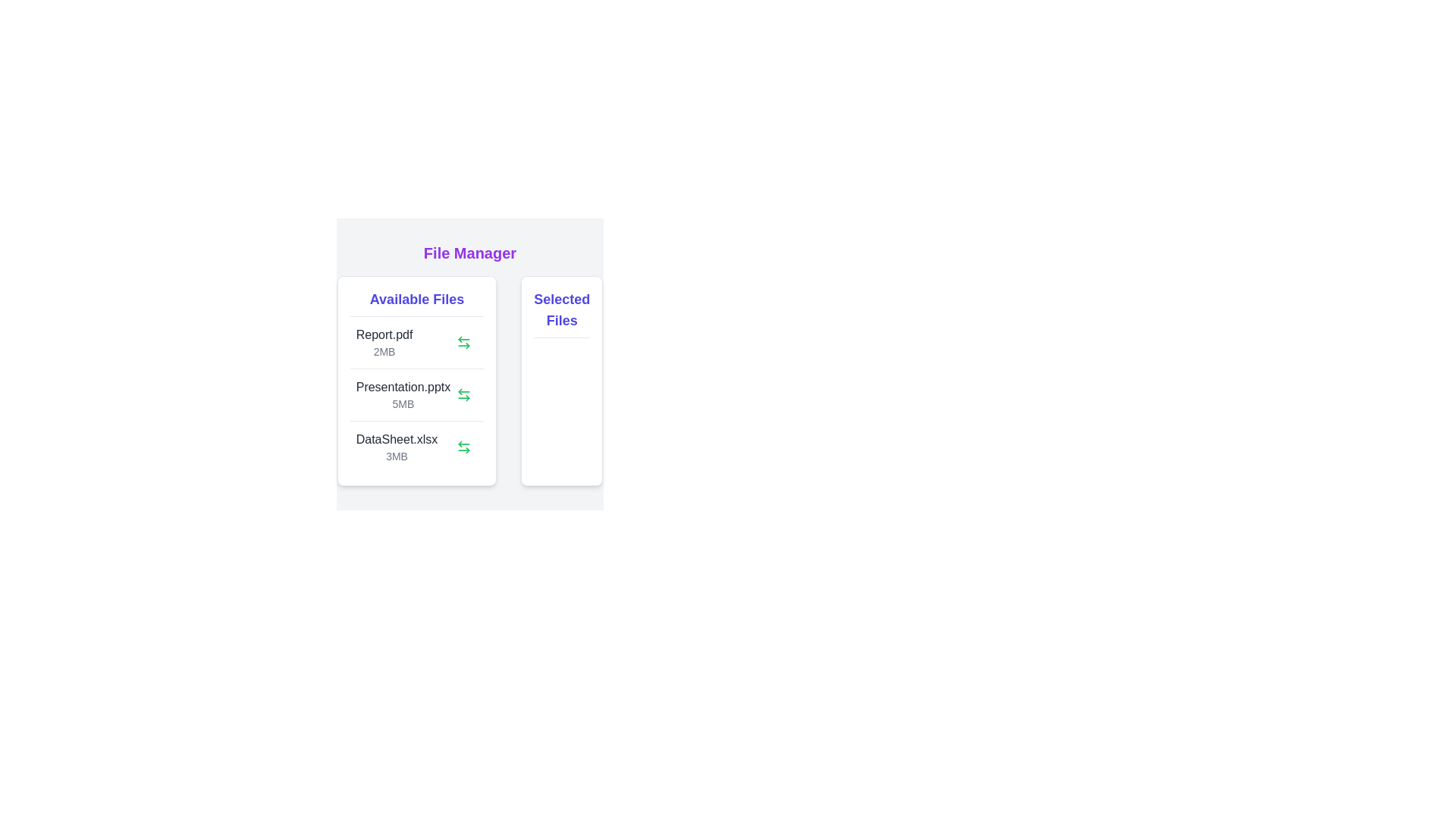  I want to click on the static header text that serves as the title for the section, which is centrally aligned above the 'Available Files' and 'Selected Files' columns, so click(469, 253).